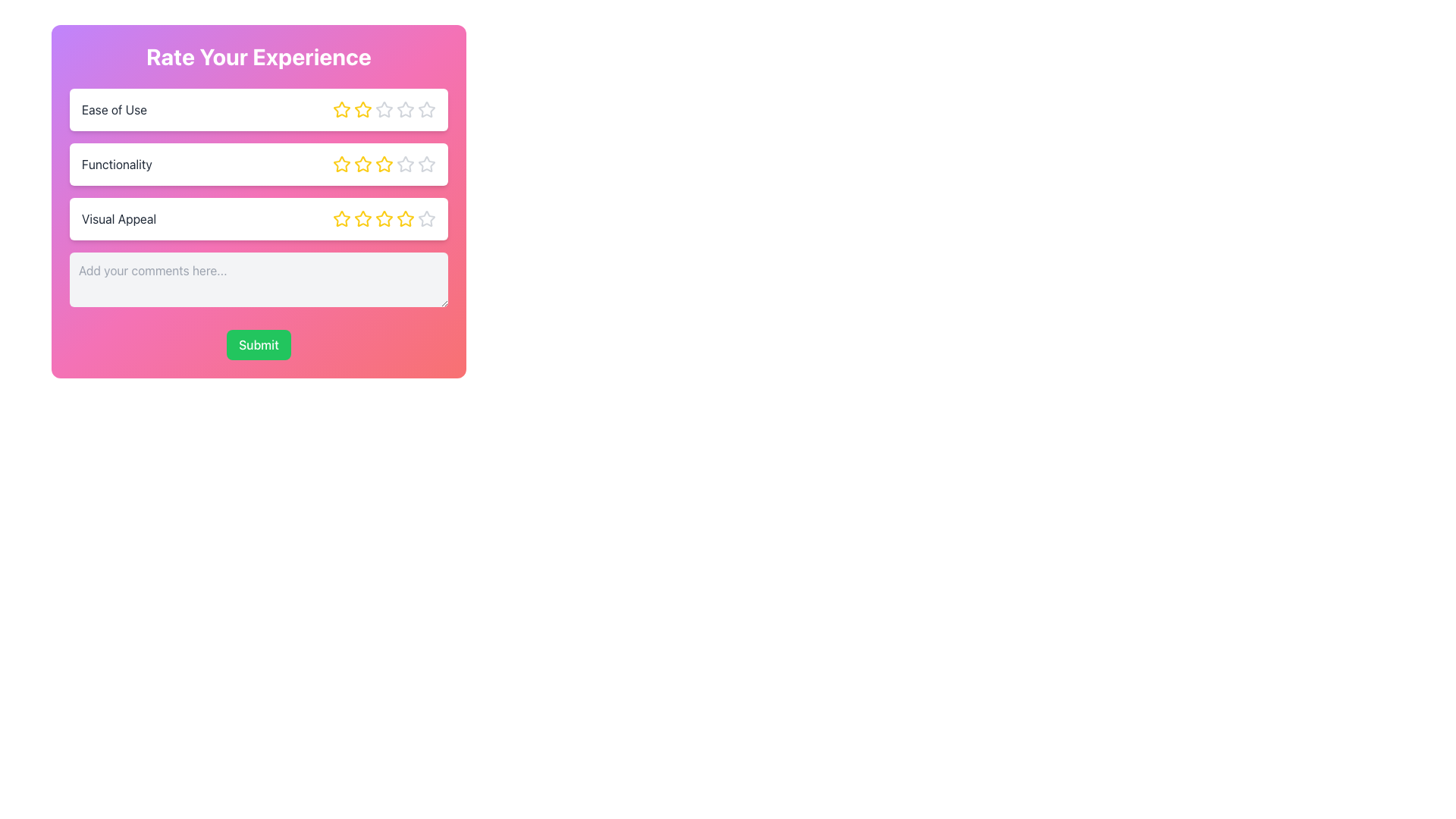 The image size is (1456, 819). What do you see at coordinates (341, 164) in the screenshot?
I see `the first star button for rating 'Functionality' in the rating survey to provide a visual effect` at bounding box center [341, 164].